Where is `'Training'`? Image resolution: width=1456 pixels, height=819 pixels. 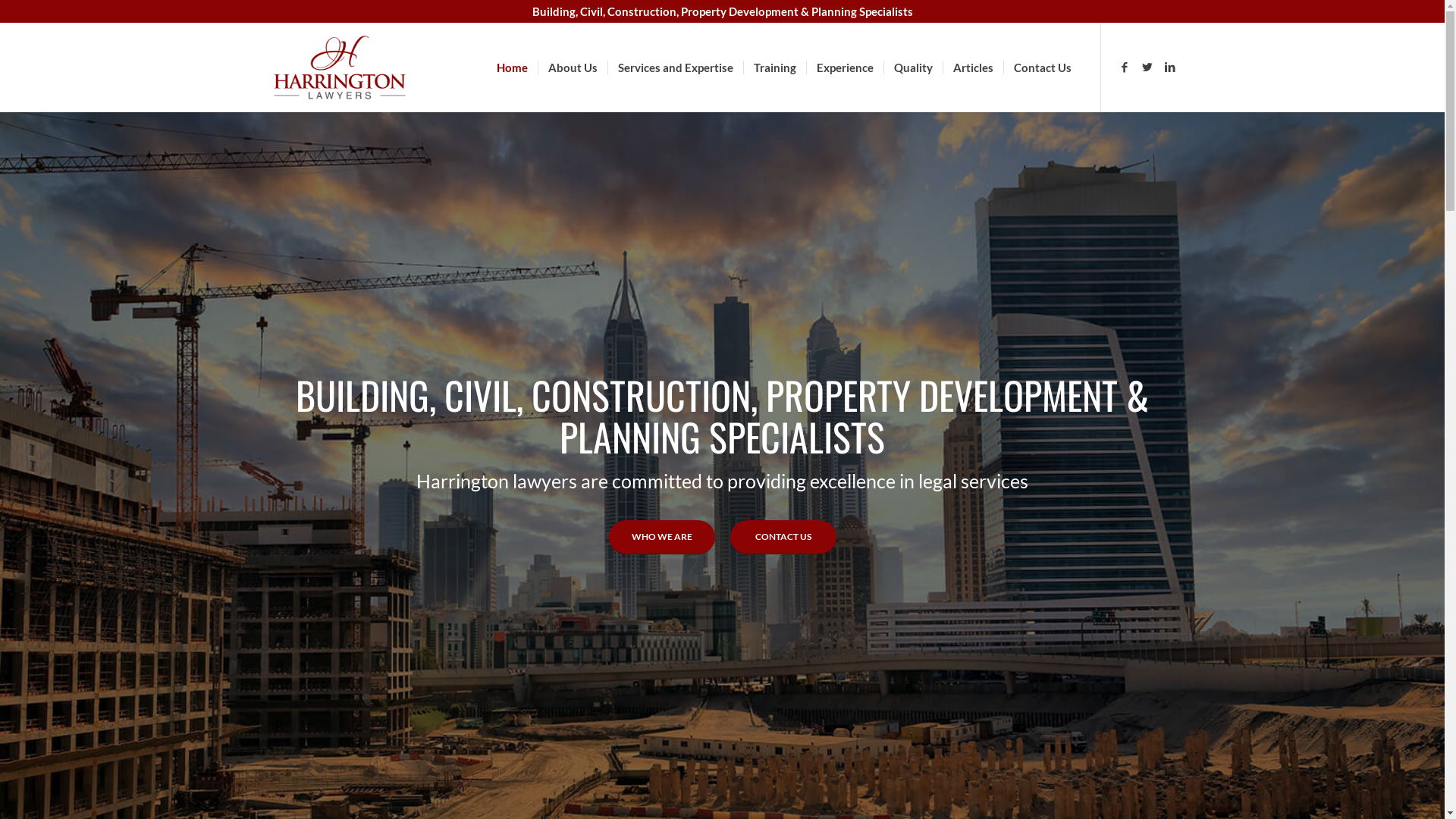
'Training' is located at coordinates (742, 66).